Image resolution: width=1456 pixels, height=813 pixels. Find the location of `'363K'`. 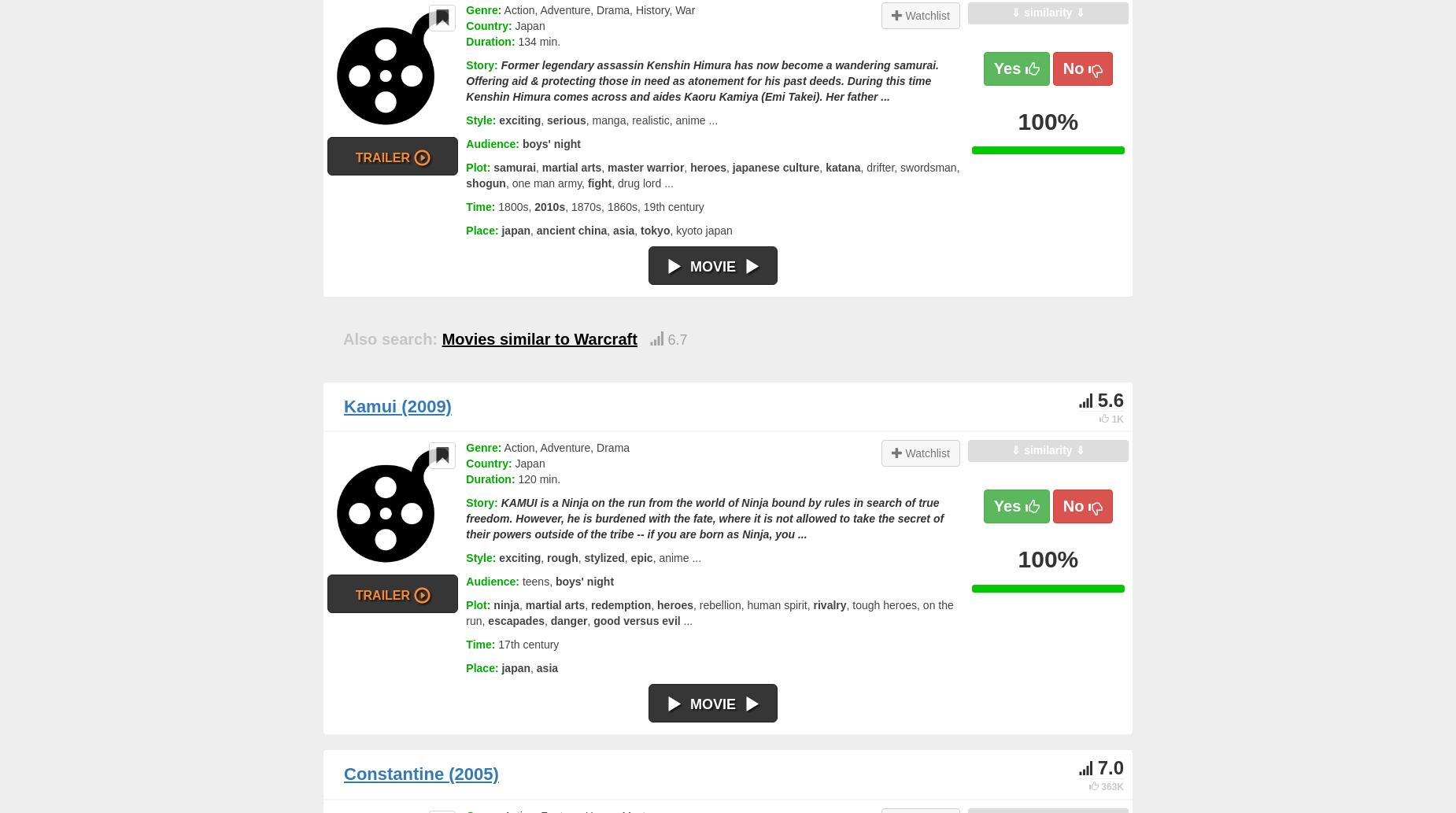

'363K' is located at coordinates (1112, 786).